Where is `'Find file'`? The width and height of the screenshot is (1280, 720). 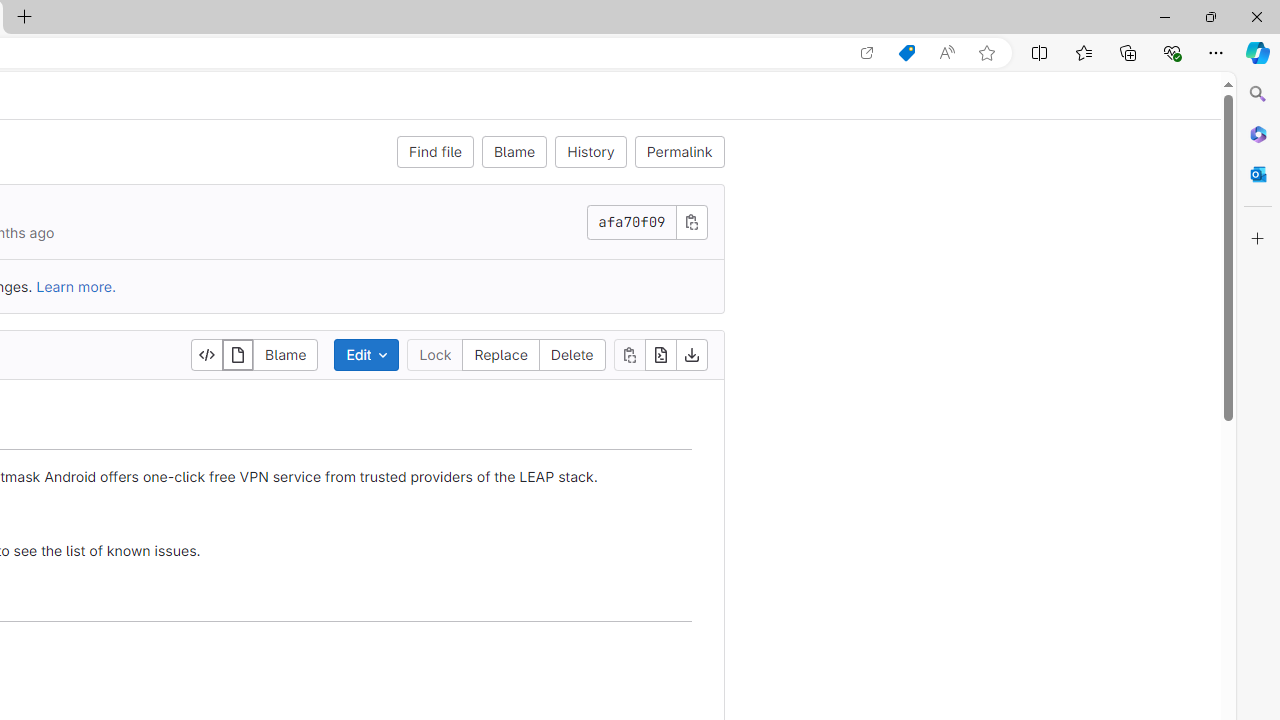
'Find file' is located at coordinates (434, 150).